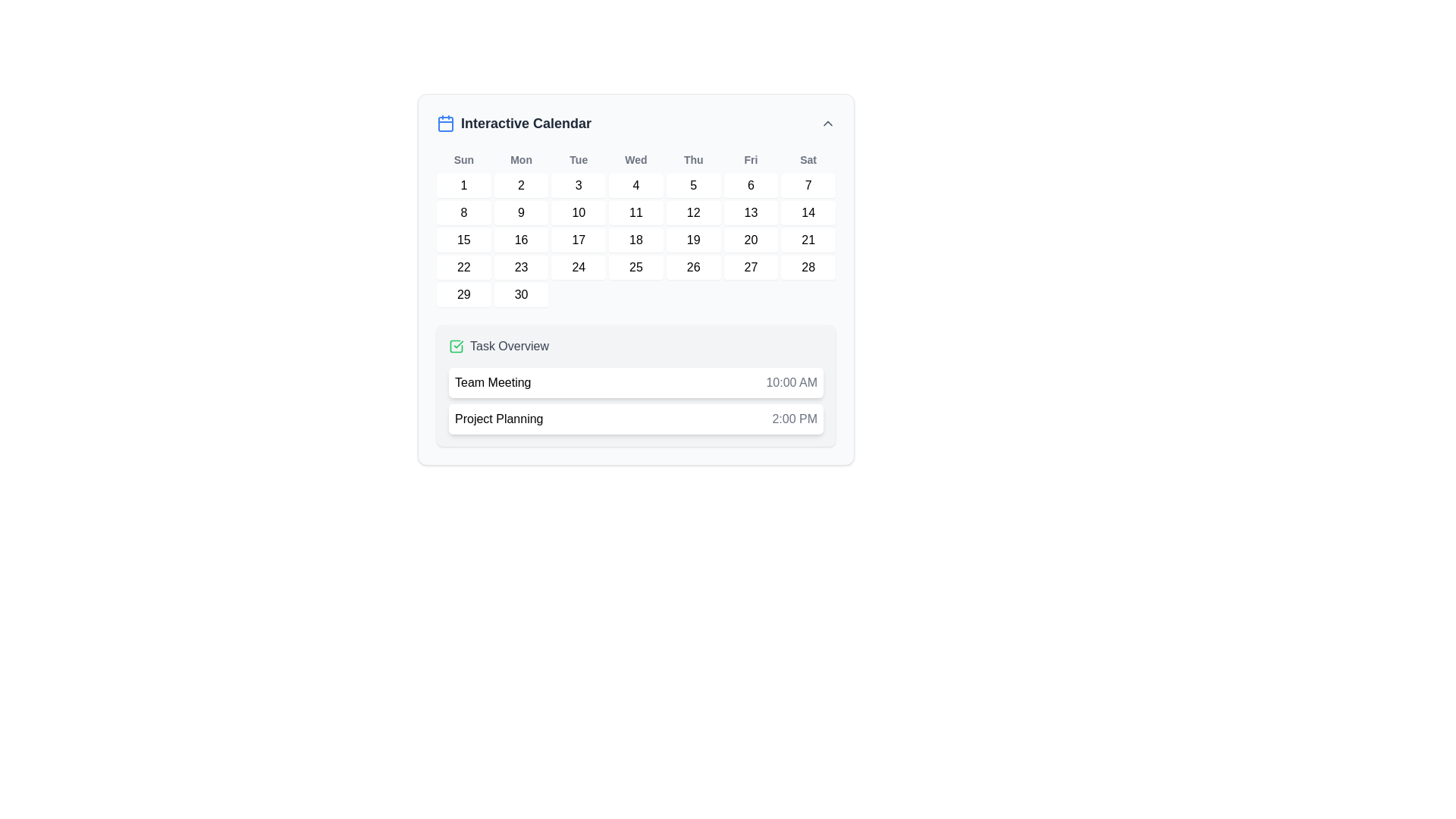 The width and height of the screenshot is (1456, 819). I want to click on the green checkmark icon in the 'Task Overview' section, which indicates a completed state, so click(455, 346).